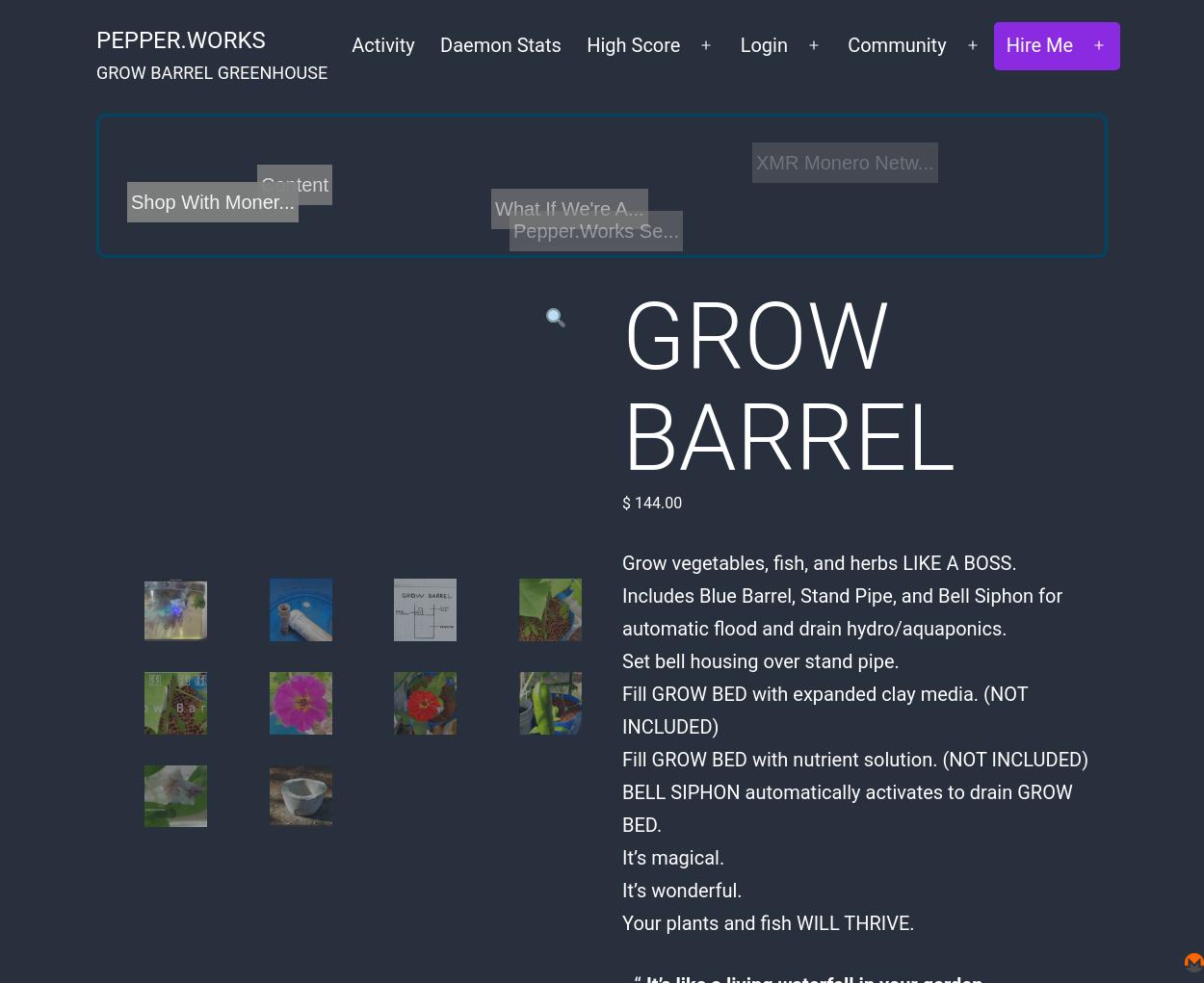 The width and height of the screenshot is (1204, 983). I want to click on 'What If We're A...', so click(568, 208).